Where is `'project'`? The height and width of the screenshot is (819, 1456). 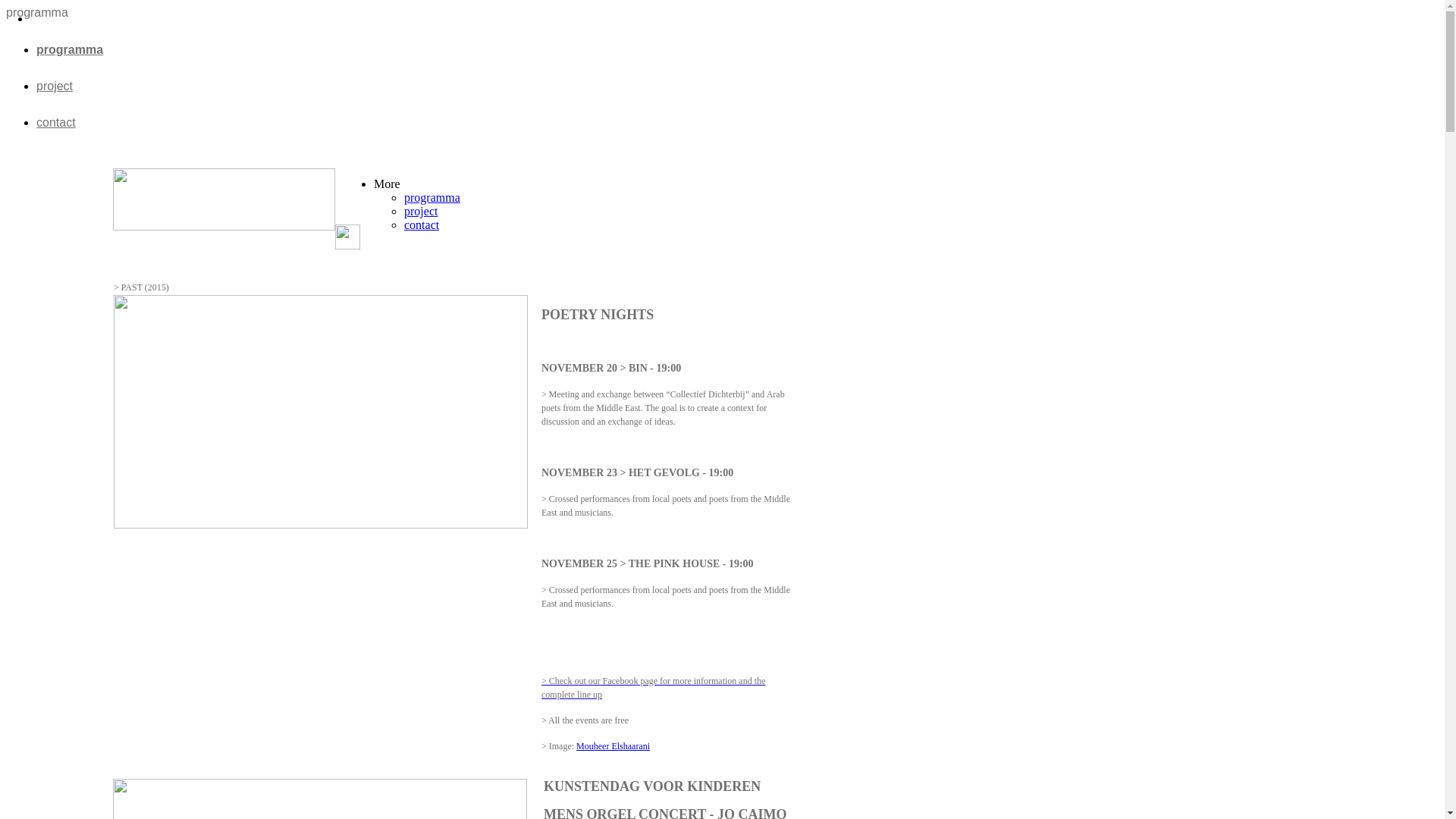
'project' is located at coordinates (403, 211).